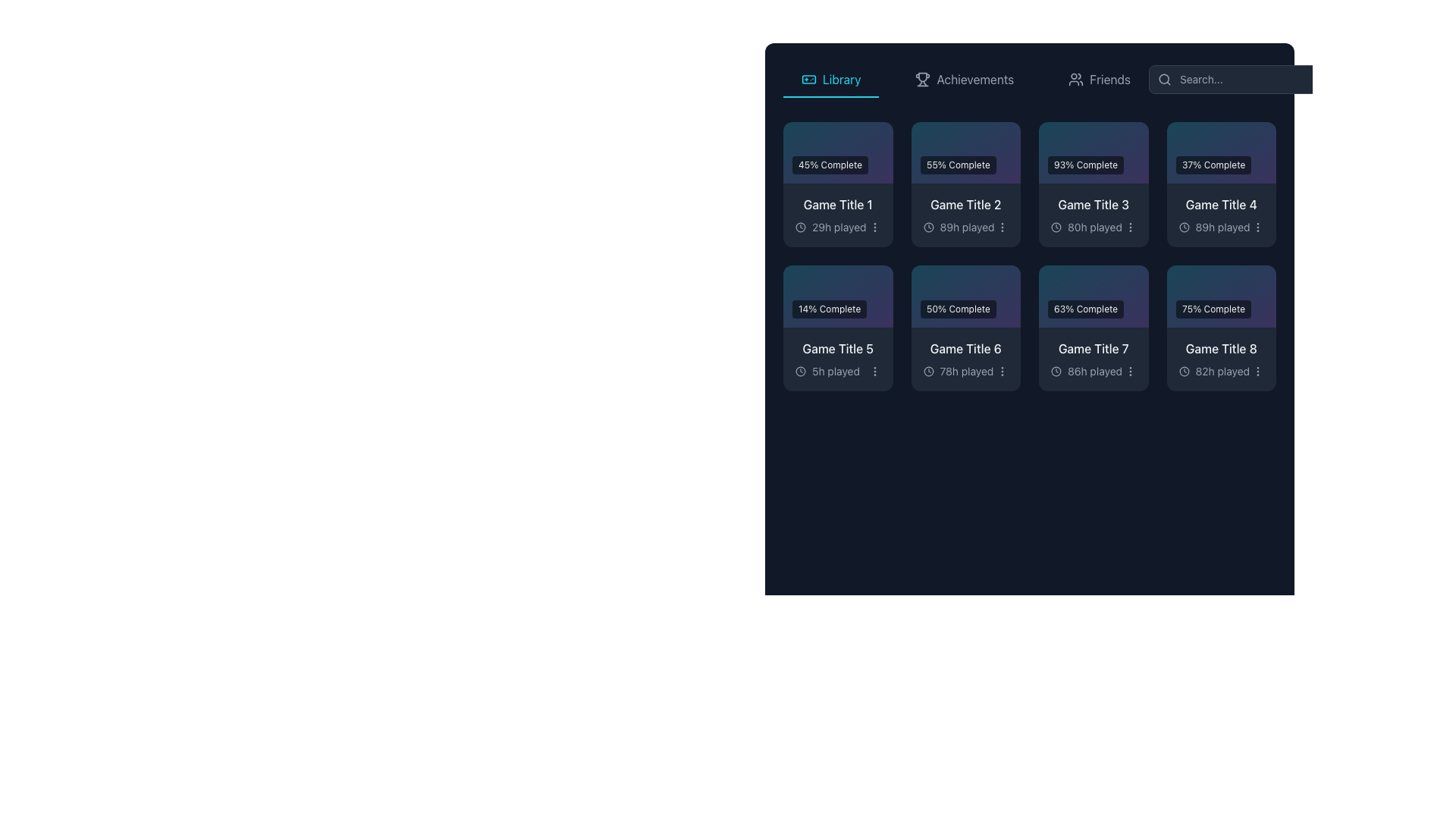 The width and height of the screenshot is (1456, 819). I want to click on the circular outline of the clock icon, which is the base structure of the clock representation within the 'Game Title 5' card located in the second row, first column of the grid layout, so click(800, 371).